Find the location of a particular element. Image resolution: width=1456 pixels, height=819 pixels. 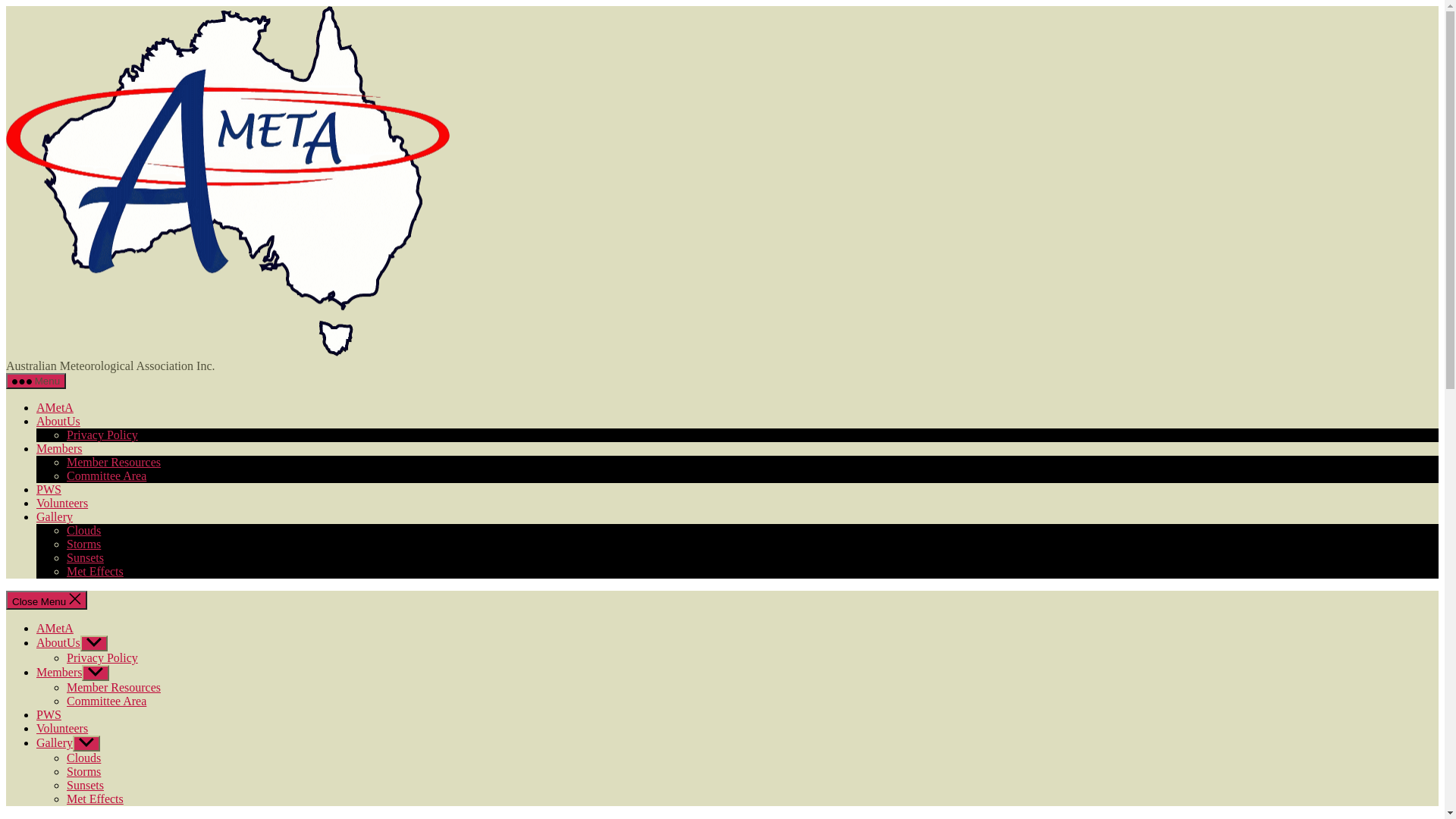

'Volunteers' is located at coordinates (61, 503).